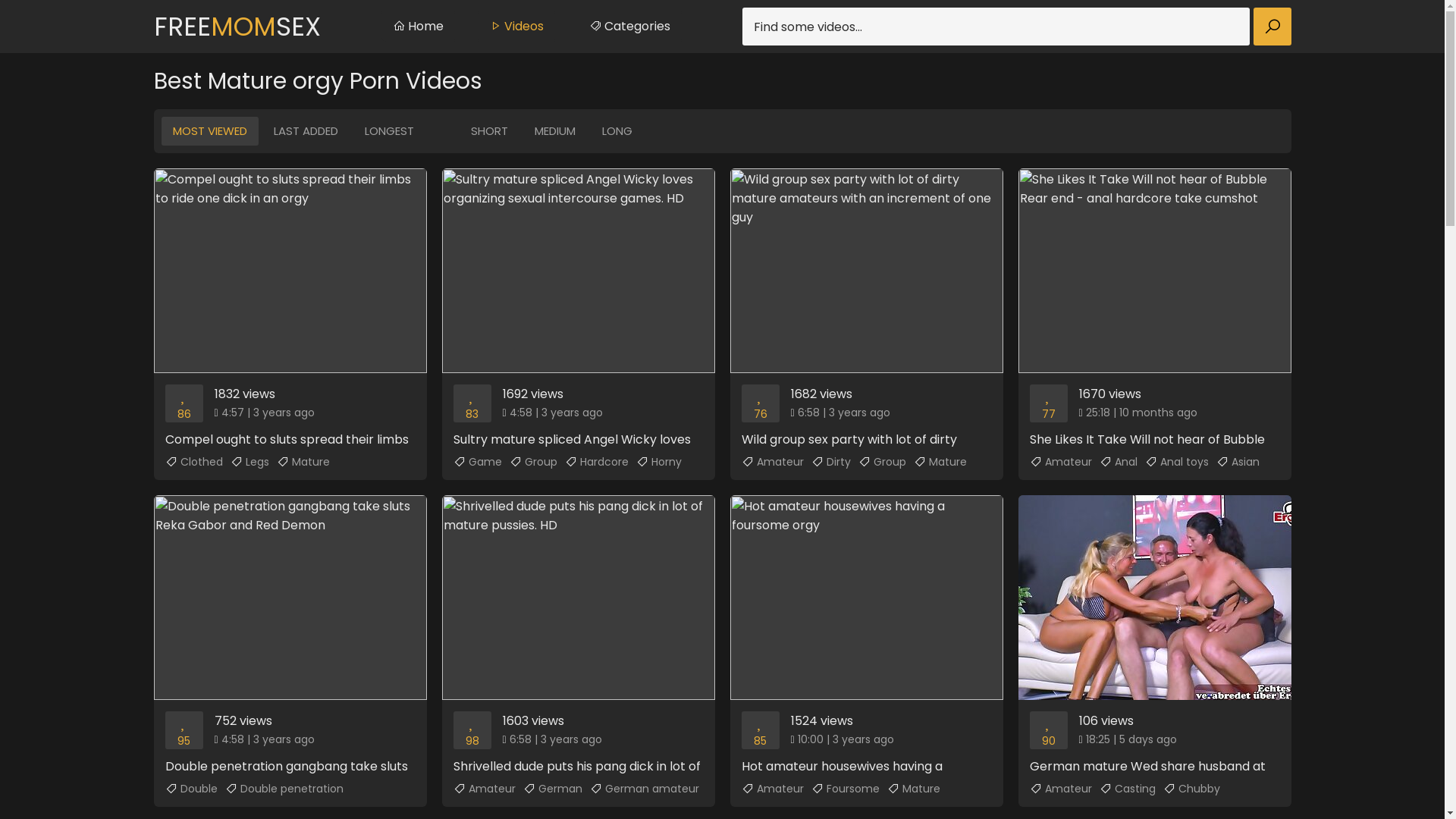  I want to click on 'LAST ADDED', so click(305, 130).